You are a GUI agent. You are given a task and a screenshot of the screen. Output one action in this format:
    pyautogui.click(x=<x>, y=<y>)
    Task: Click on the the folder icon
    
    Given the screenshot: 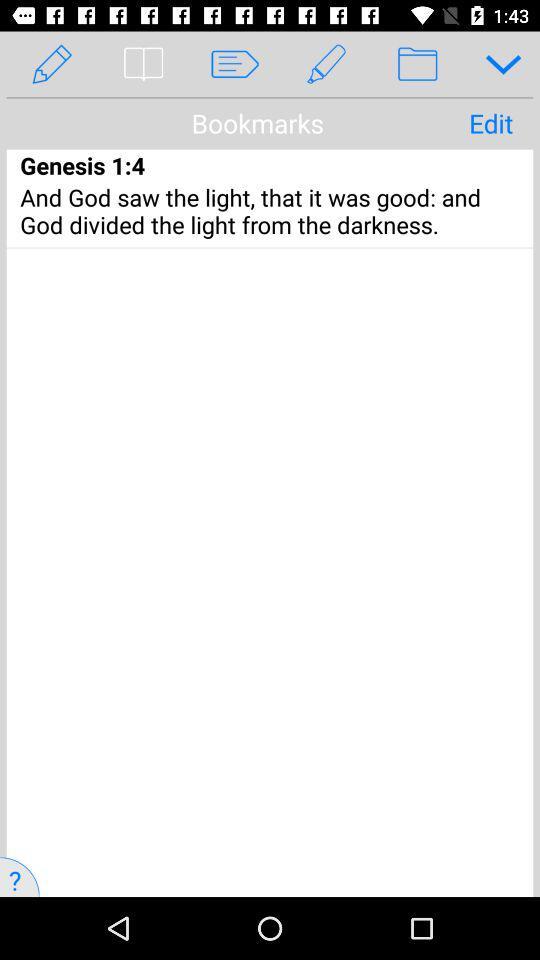 What is the action you would take?
    pyautogui.click(x=416, y=64)
    